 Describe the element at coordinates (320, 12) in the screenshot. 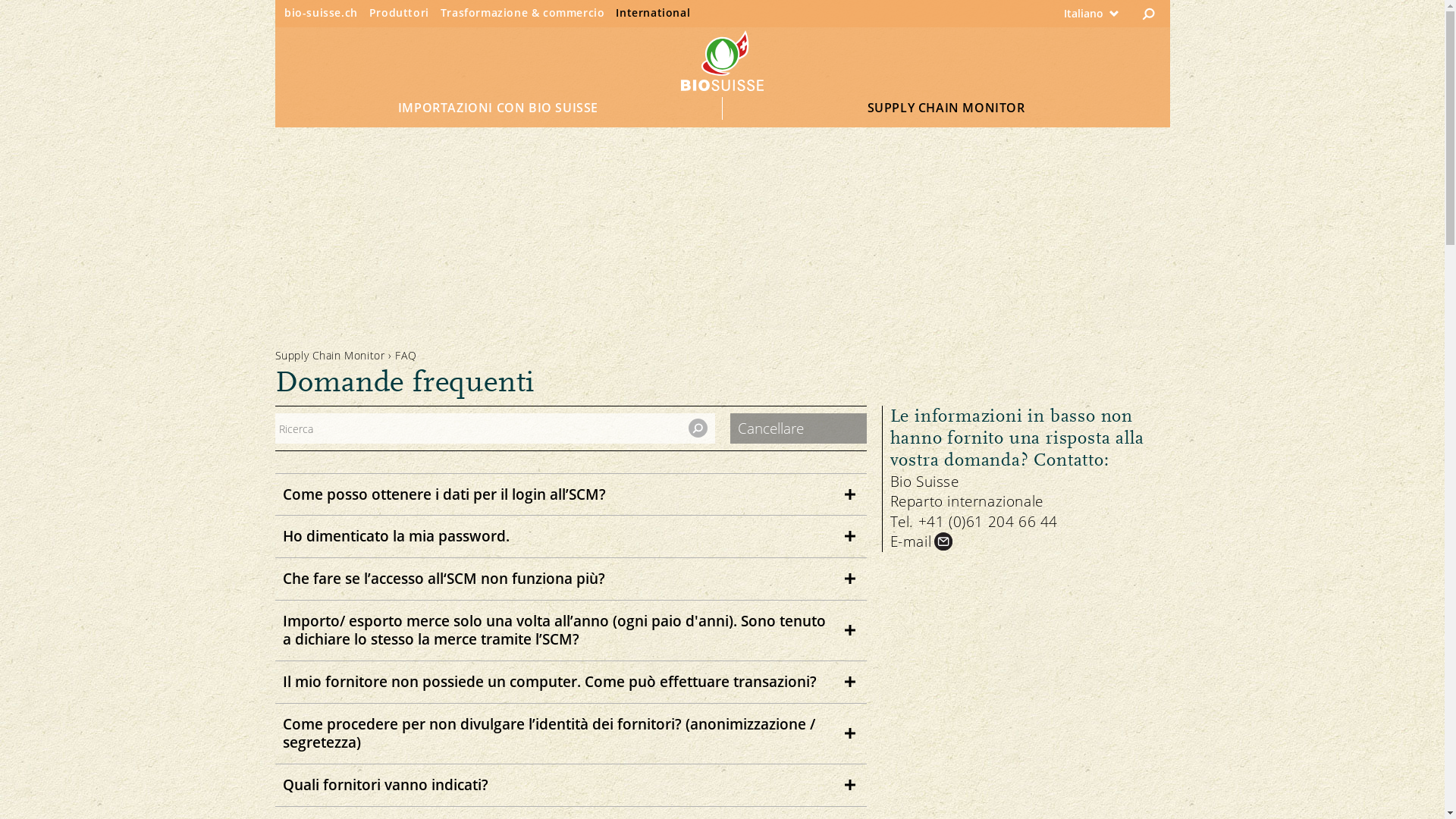

I see `'bio-suisse.ch'` at that location.